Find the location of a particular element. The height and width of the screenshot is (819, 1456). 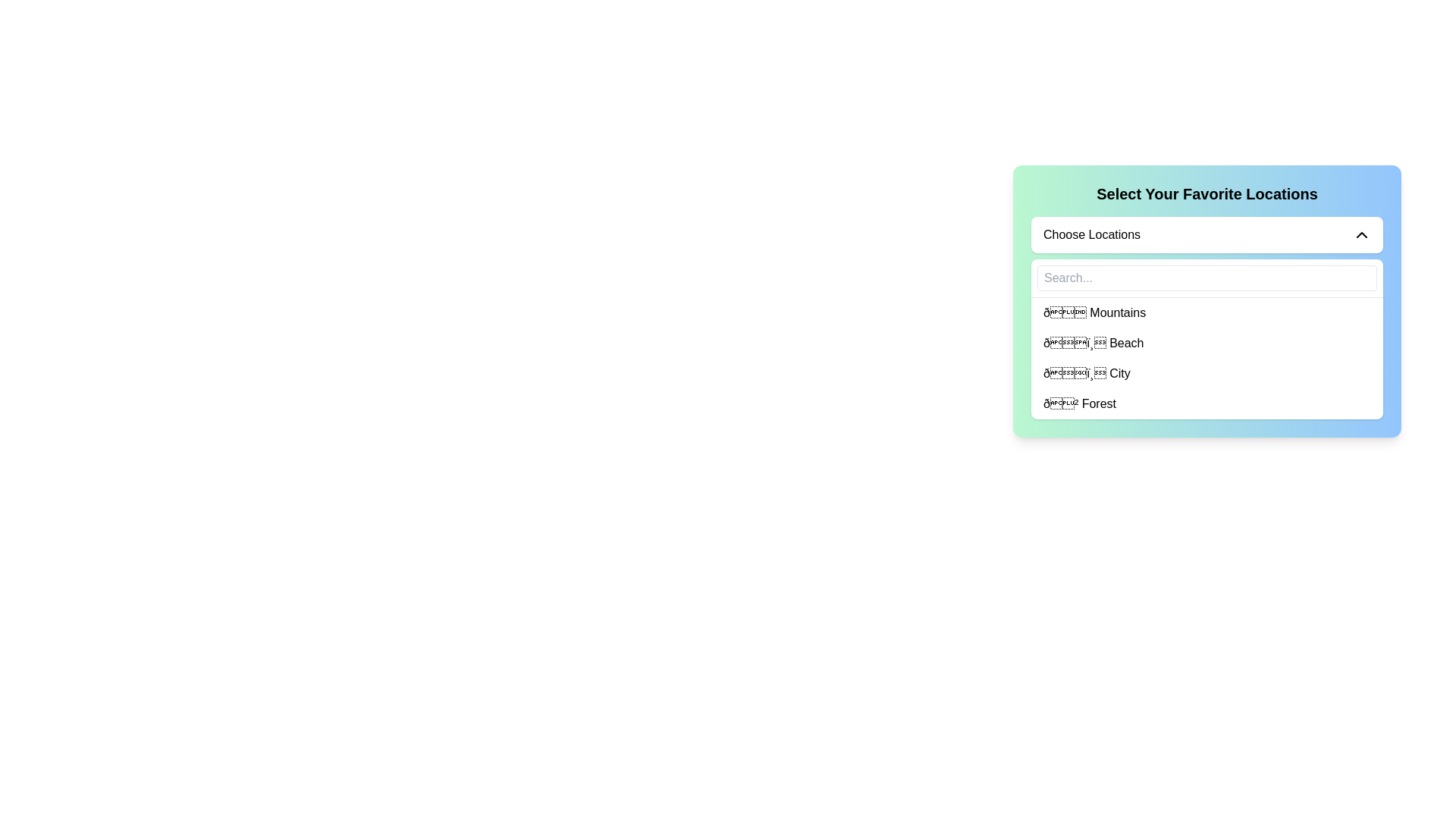

the toggle indicator icon located at the far-right end of the 'Choose Locations' header bar is located at coordinates (1361, 234).